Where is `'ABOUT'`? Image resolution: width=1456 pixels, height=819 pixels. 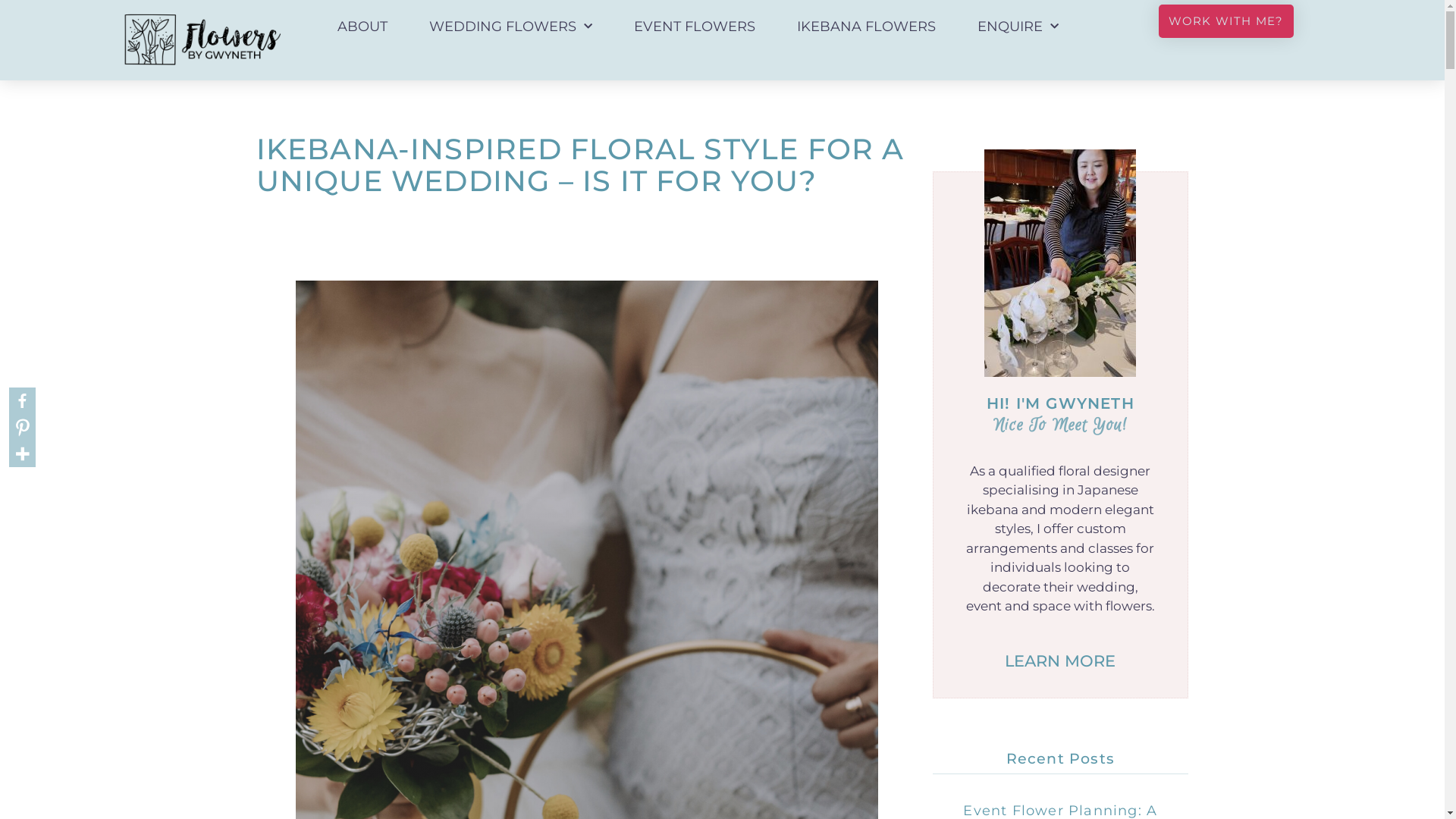
'ABOUT' is located at coordinates (362, 26).